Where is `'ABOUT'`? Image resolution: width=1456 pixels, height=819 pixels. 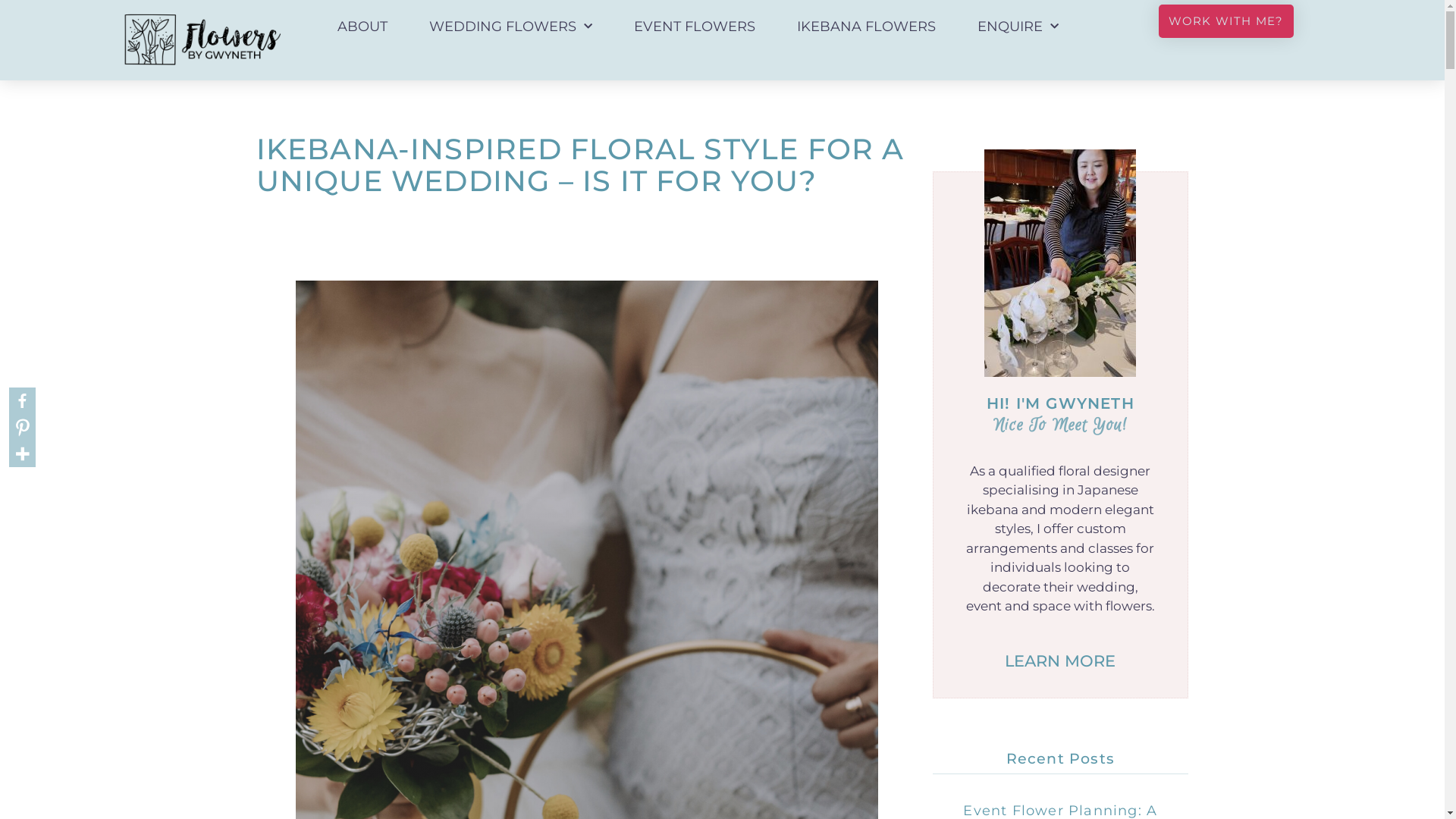
'ABOUT' is located at coordinates (362, 26).